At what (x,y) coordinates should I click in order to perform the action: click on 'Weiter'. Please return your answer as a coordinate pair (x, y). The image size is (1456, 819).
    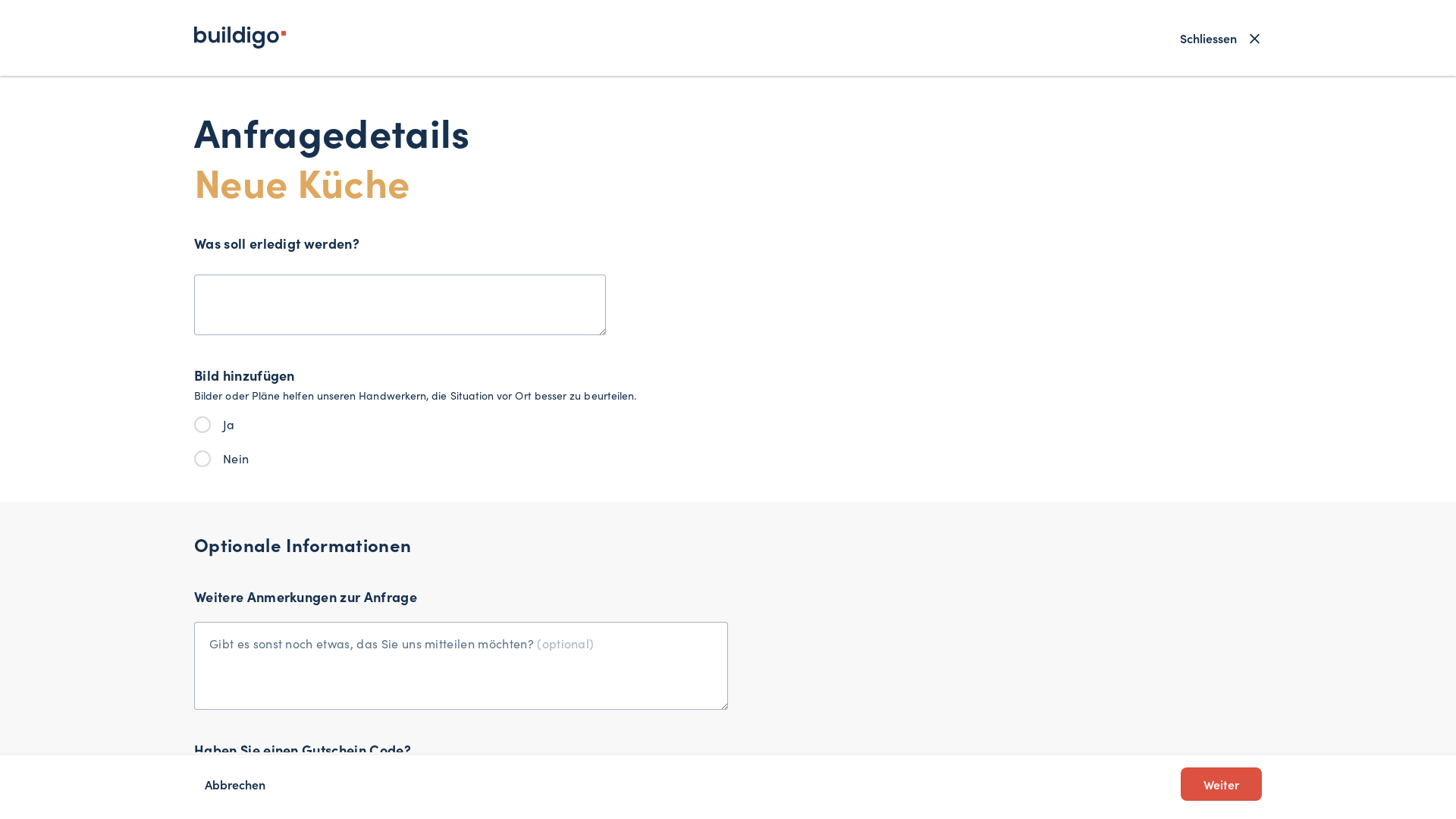
    Looking at the image, I should click on (1221, 783).